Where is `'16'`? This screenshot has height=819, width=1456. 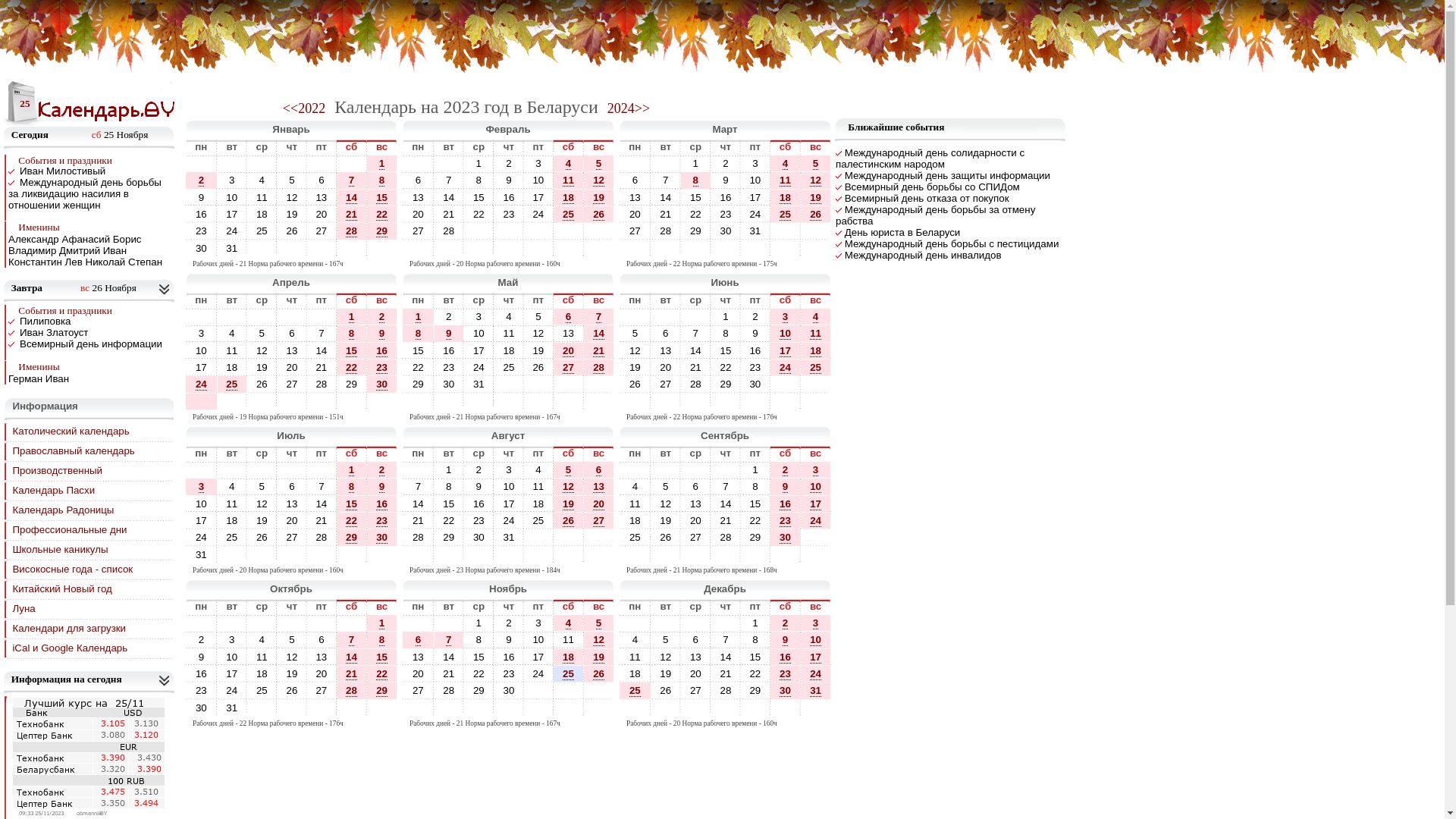
'16' is located at coordinates (494, 196).